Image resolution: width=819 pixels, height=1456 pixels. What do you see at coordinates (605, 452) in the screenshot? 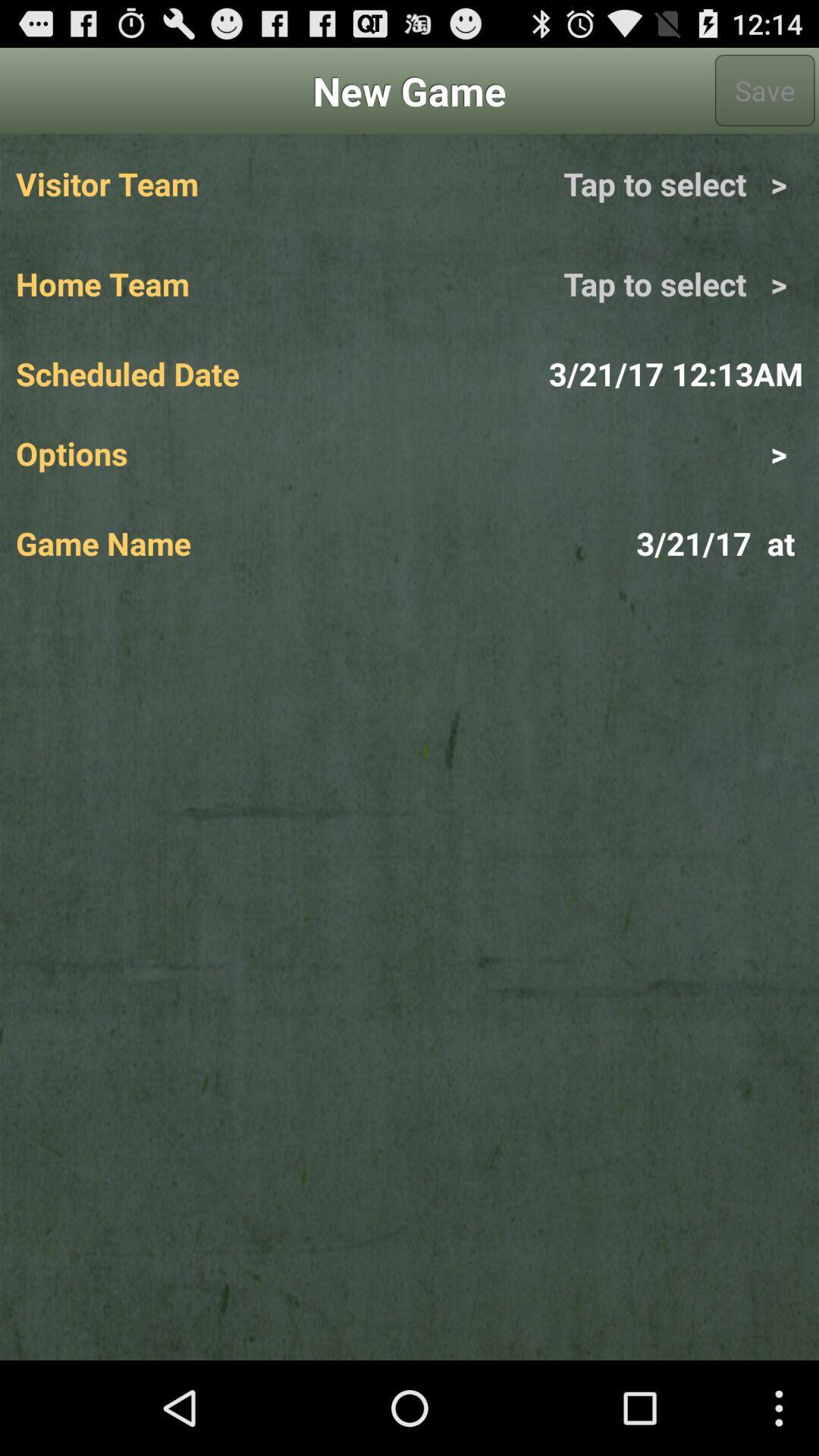
I see `the app to the right of the options item` at bounding box center [605, 452].